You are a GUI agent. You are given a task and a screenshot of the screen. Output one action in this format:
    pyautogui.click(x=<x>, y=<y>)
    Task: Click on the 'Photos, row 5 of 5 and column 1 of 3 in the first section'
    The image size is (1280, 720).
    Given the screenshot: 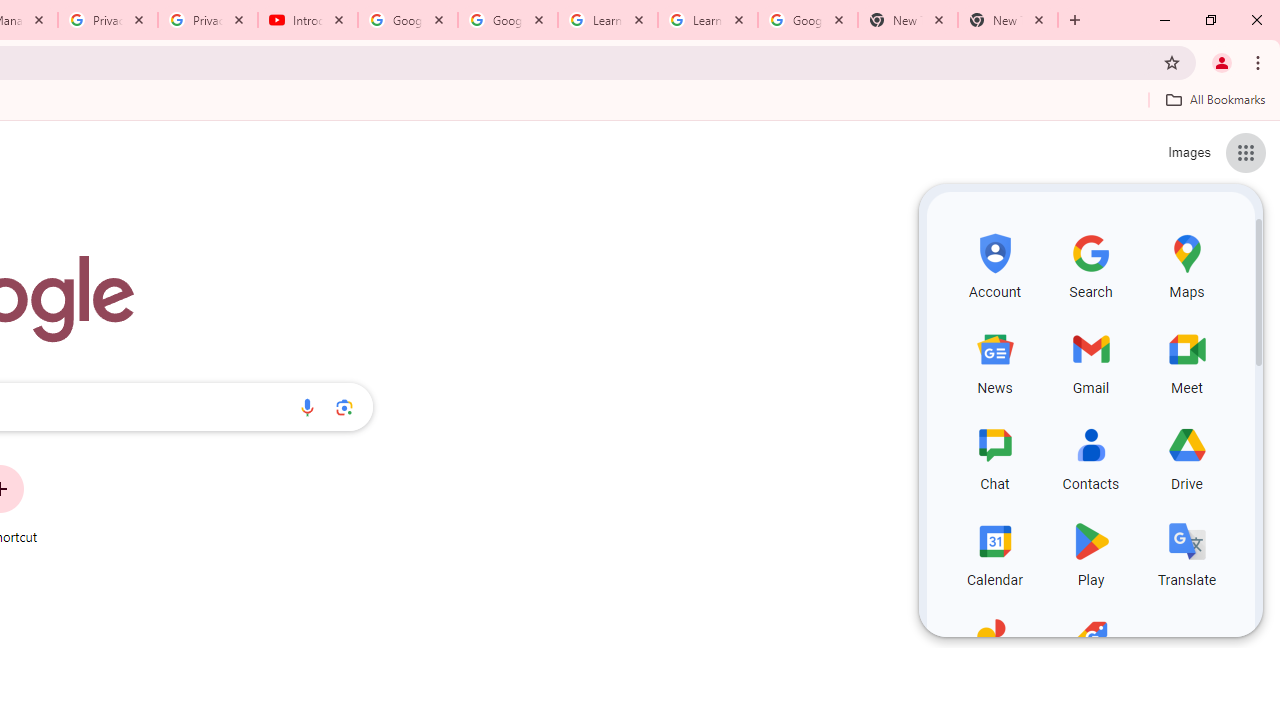 What is the action you would take?
    pyautogui.click(x=995, y=648)
    